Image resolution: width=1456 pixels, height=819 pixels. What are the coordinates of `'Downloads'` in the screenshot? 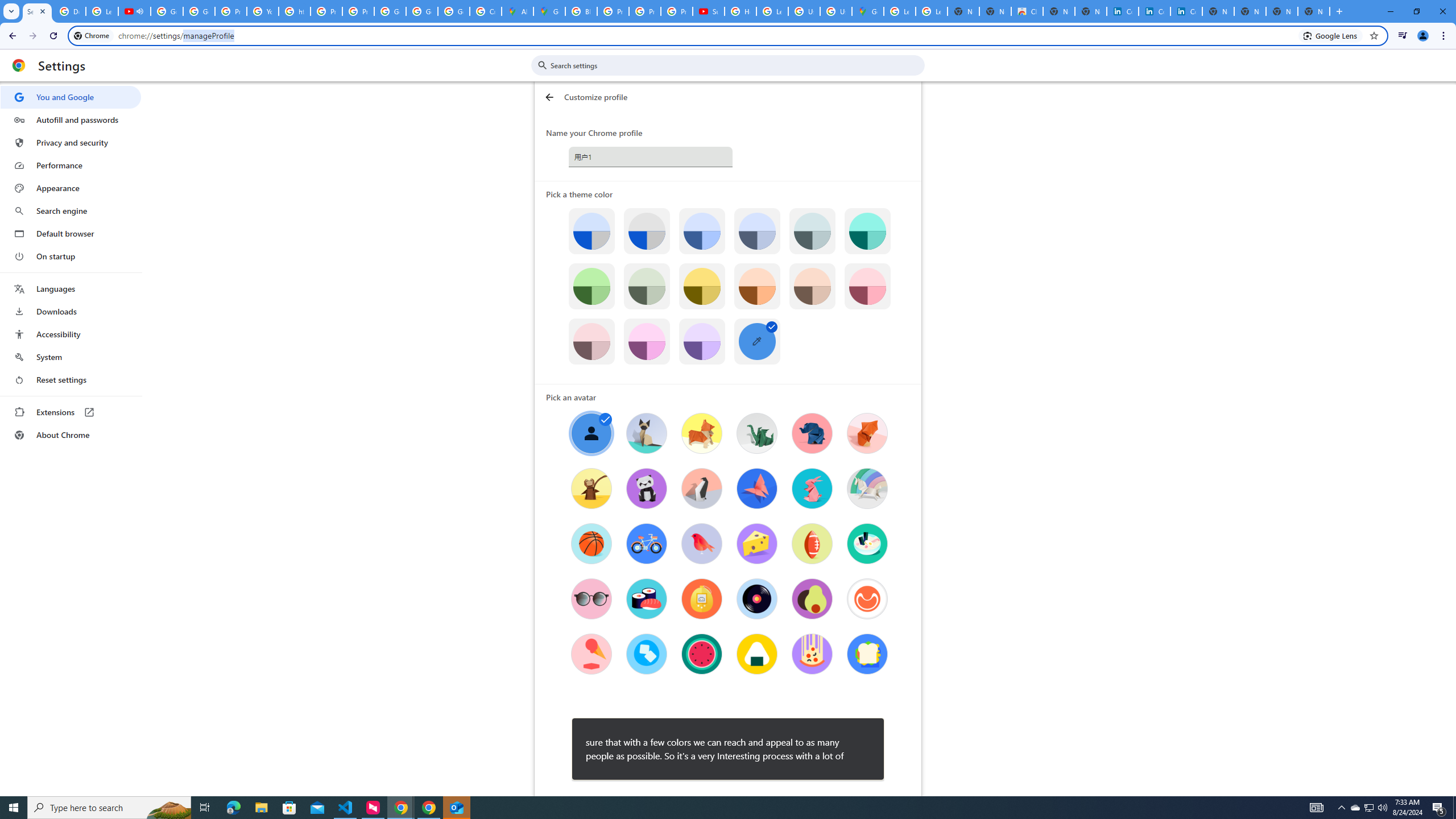 It's located at (70, 311).